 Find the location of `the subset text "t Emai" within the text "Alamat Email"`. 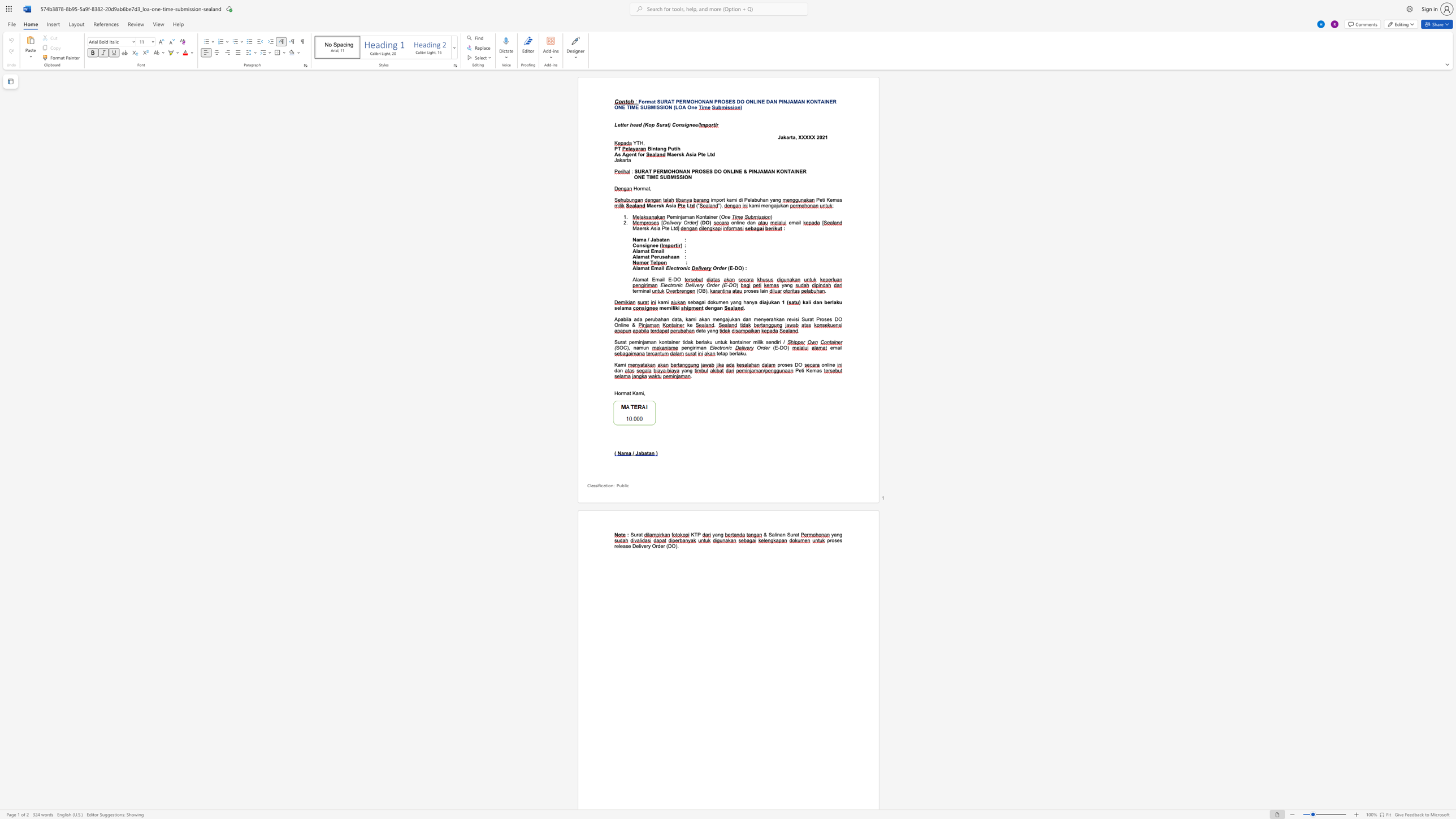

the subset text "t Emai" within the text "Alamat Email" is located at coordinates (647, 251).